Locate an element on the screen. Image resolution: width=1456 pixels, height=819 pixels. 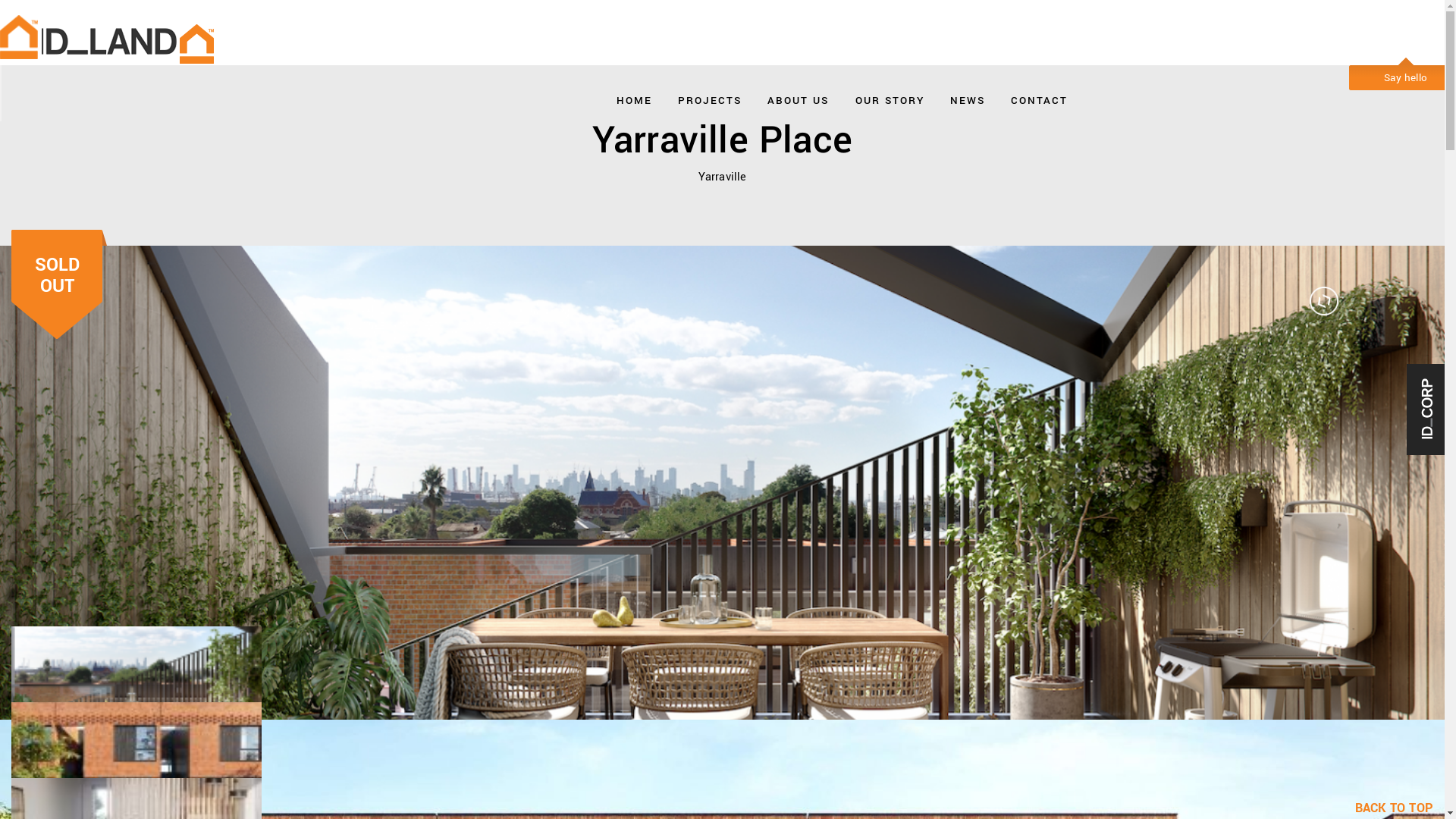
'OUR STORY' is located at coordinates (855, 96).